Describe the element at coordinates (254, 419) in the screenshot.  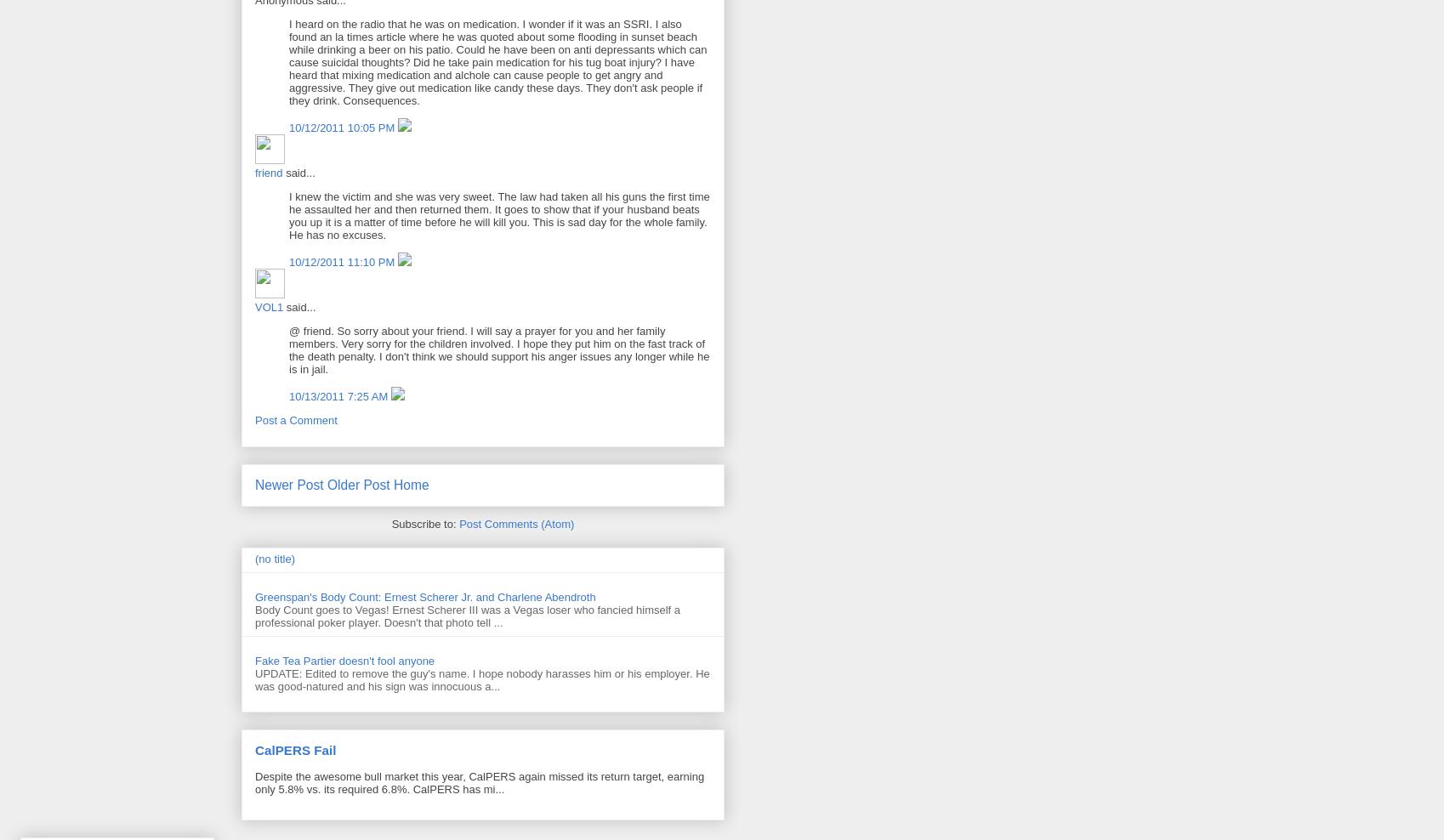
I see `'Post a Comment'` at that location.